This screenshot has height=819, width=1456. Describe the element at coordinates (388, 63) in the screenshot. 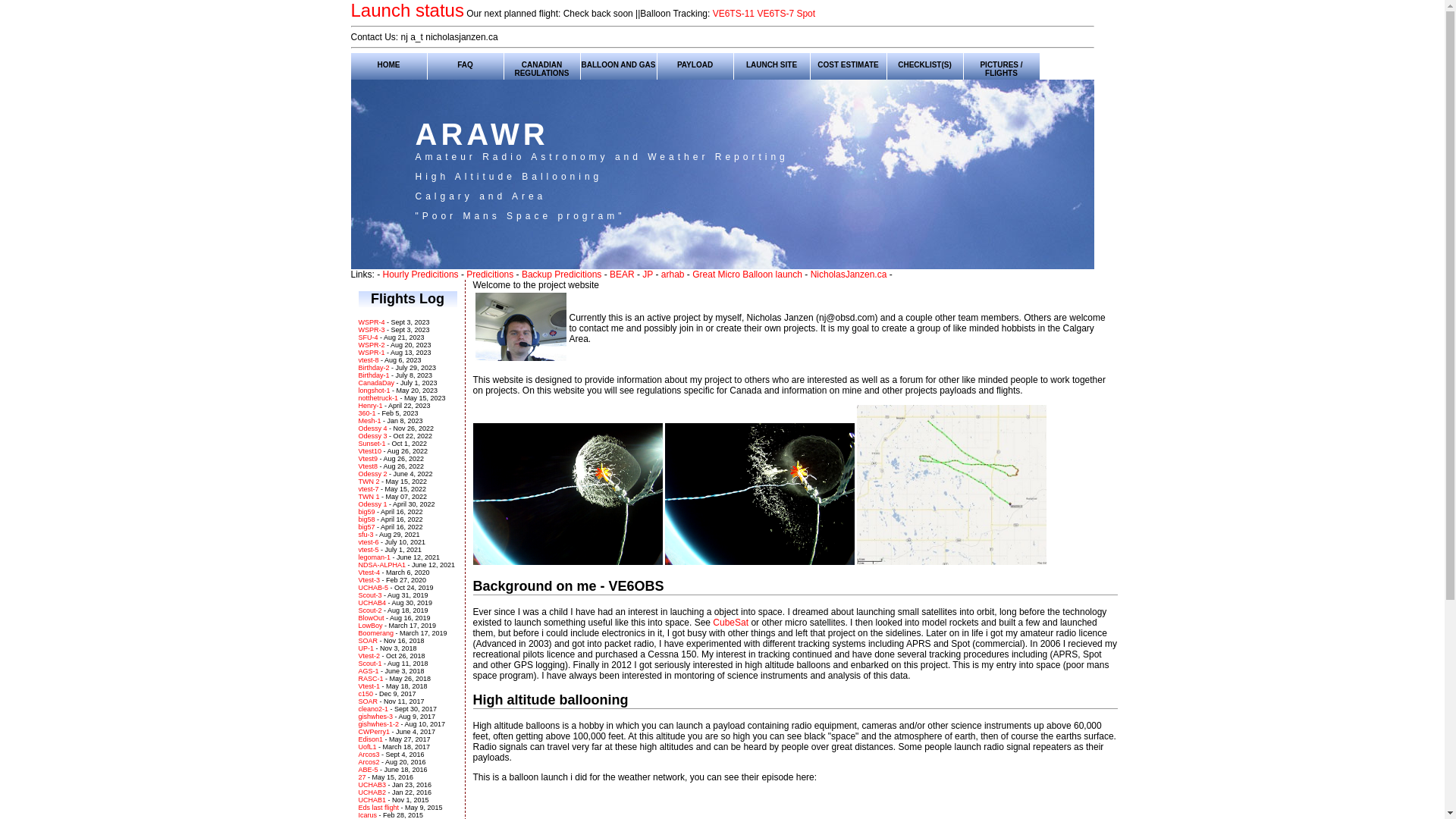

I see `'HOME'` at that location.